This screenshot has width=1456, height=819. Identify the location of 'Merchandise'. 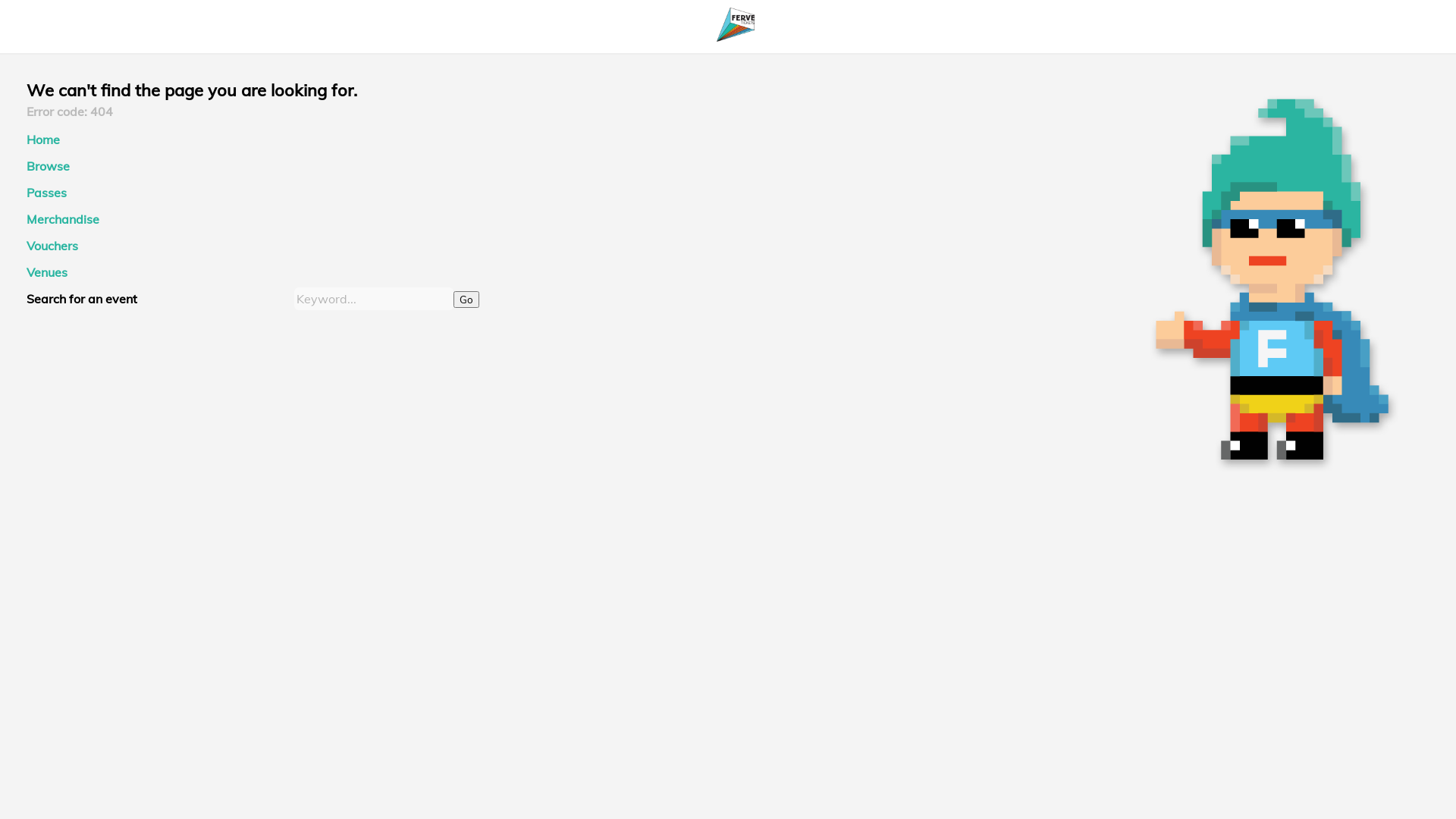
(61, 219).